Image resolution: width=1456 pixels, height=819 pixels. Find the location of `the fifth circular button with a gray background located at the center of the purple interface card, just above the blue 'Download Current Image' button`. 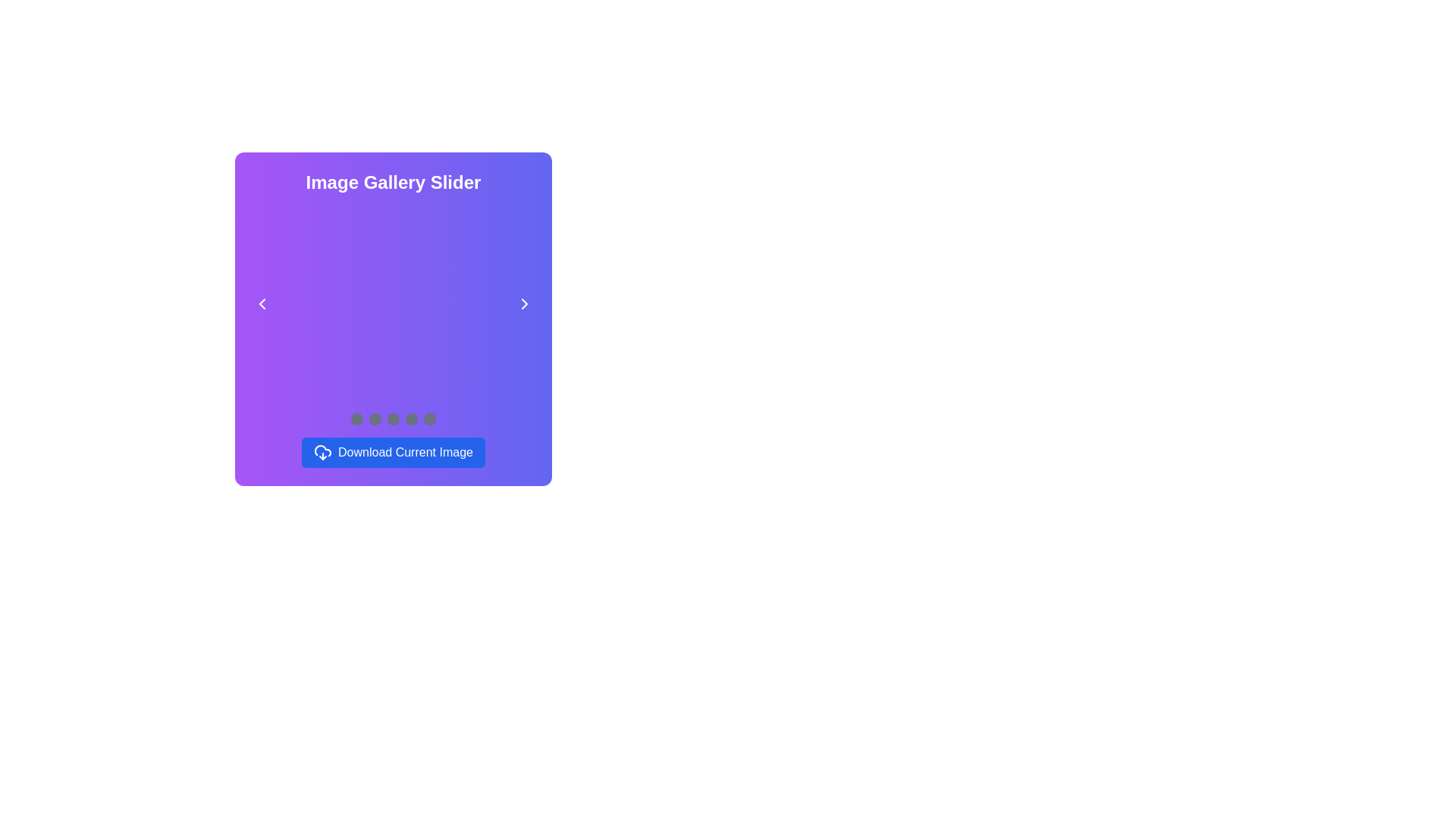

the fifth circular button with a gray background located at the center of the purple interface card, just above the blue 'Download Current Image' button is located at coordinates (428, 419).